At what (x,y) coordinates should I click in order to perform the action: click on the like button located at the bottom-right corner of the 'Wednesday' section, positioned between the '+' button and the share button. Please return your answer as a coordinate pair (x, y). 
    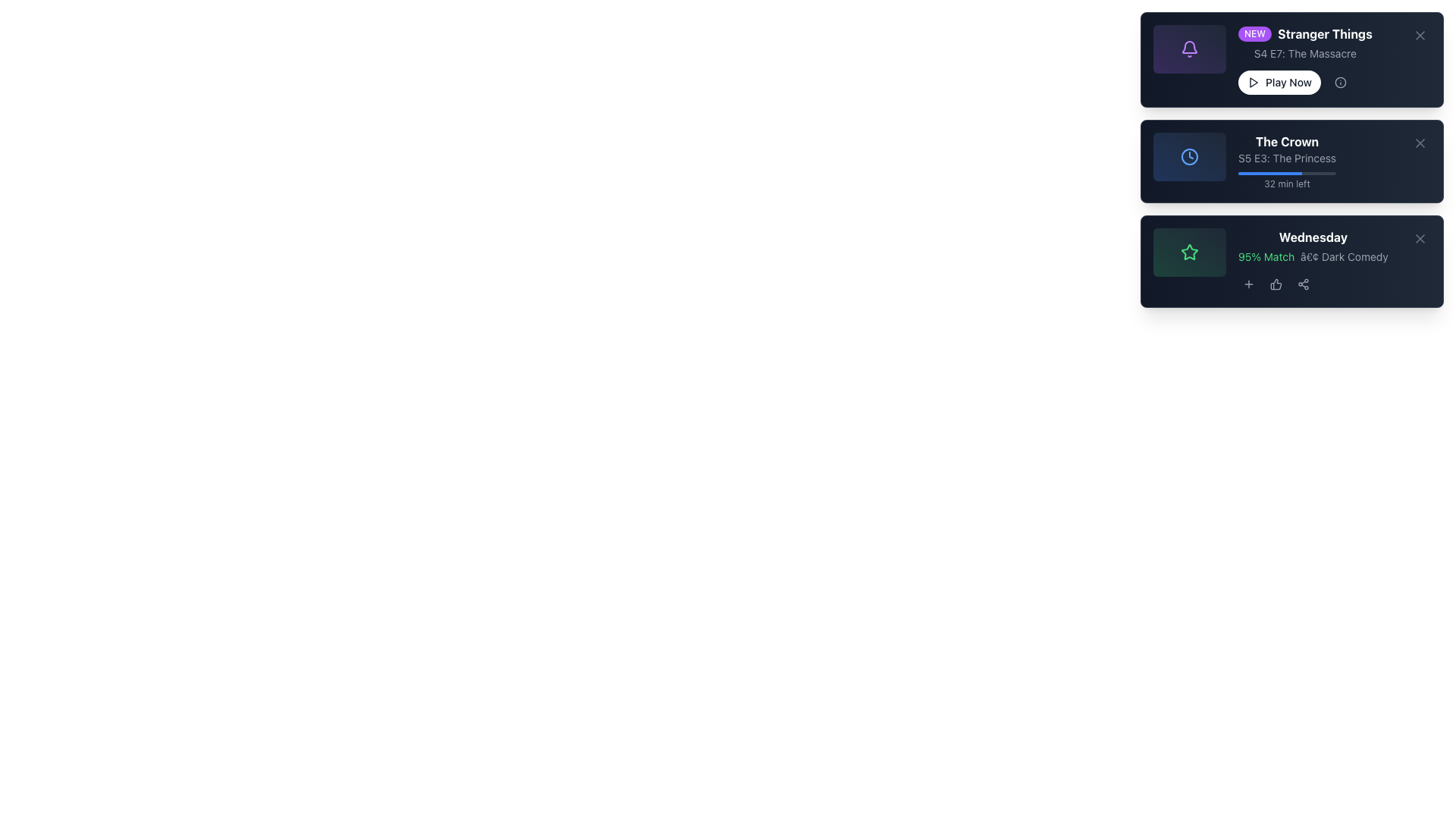
    Looking at the image, I should click on (1276, 284).